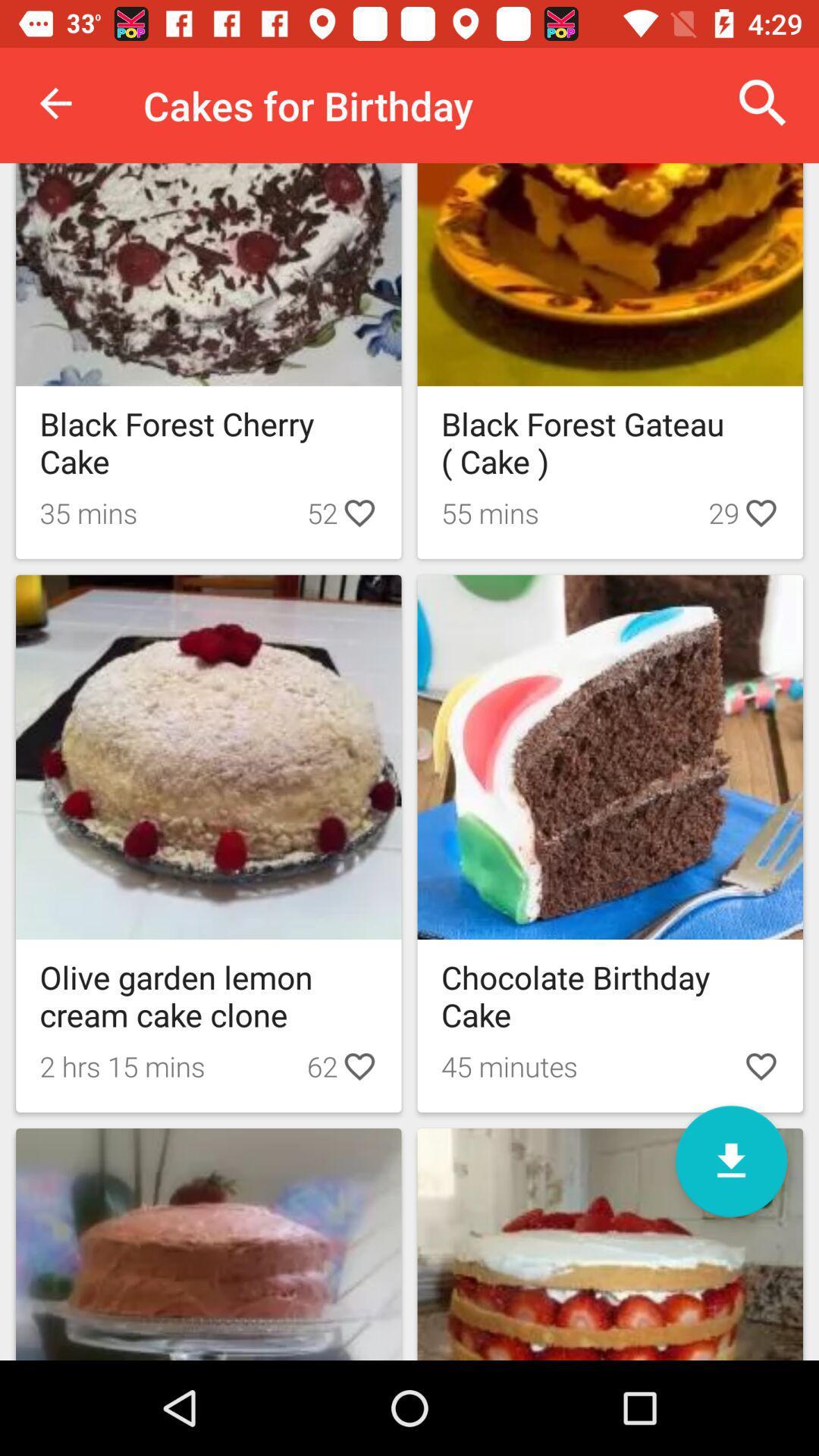 The height and width of the screenshot is (1456, 819). I want to click on open downloads option, so click(730, 1160).